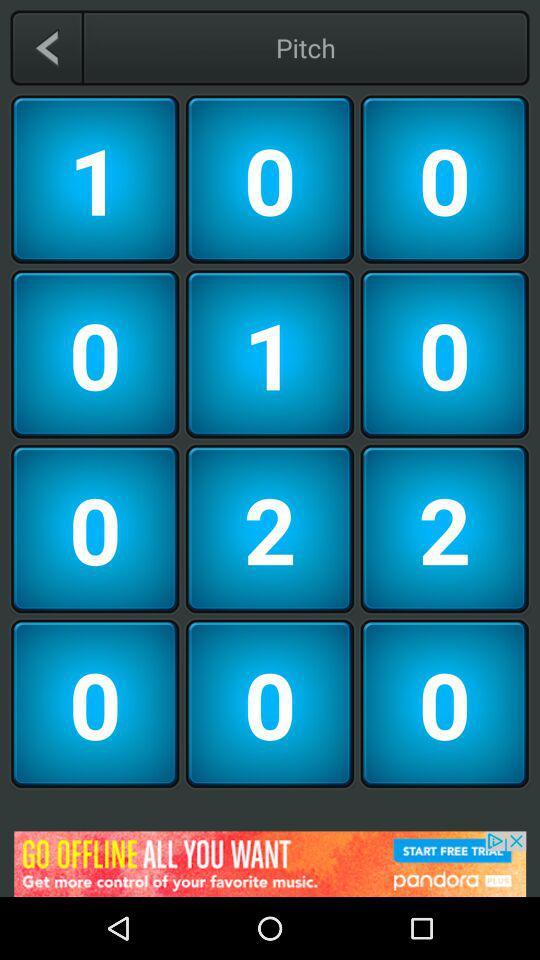  I want to click on the arrow_backward icon, so click(46, 47).